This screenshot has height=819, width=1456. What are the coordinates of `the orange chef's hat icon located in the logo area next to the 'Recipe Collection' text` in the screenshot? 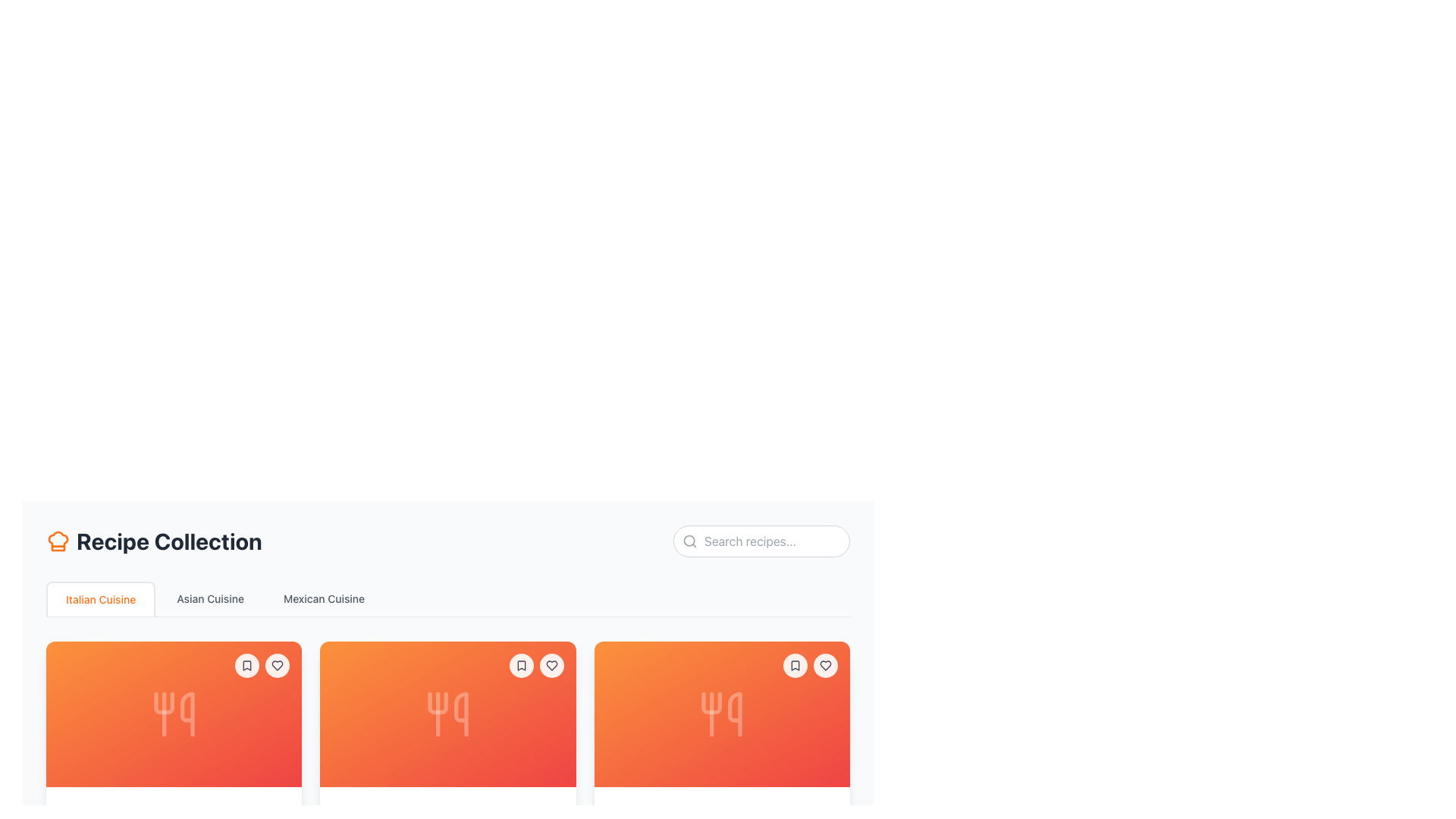 It's located at (58, 540).